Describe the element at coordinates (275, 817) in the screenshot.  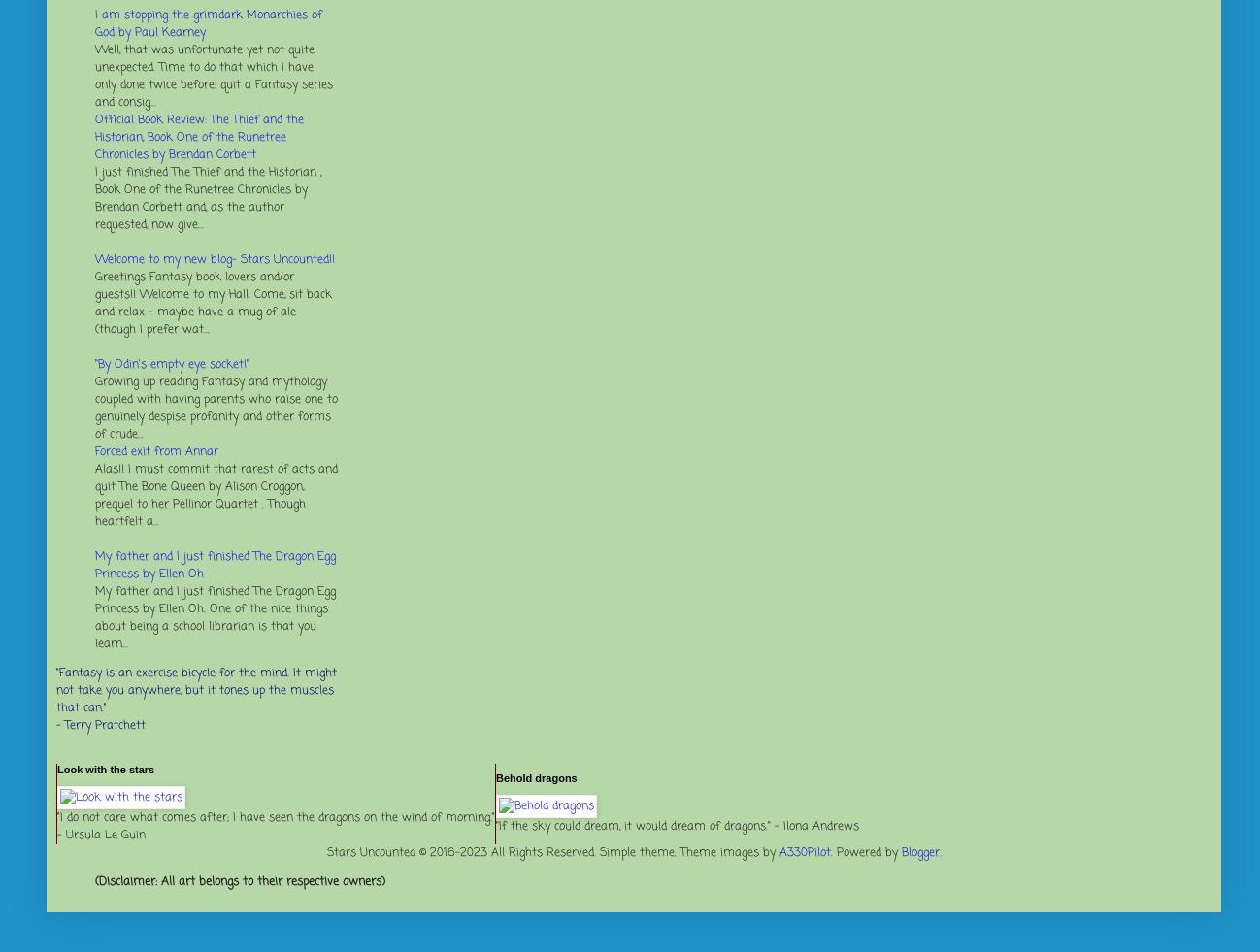
I see `'“I do not care what comes after; I have seen the dragons on the wind of morning.”'` at that location.